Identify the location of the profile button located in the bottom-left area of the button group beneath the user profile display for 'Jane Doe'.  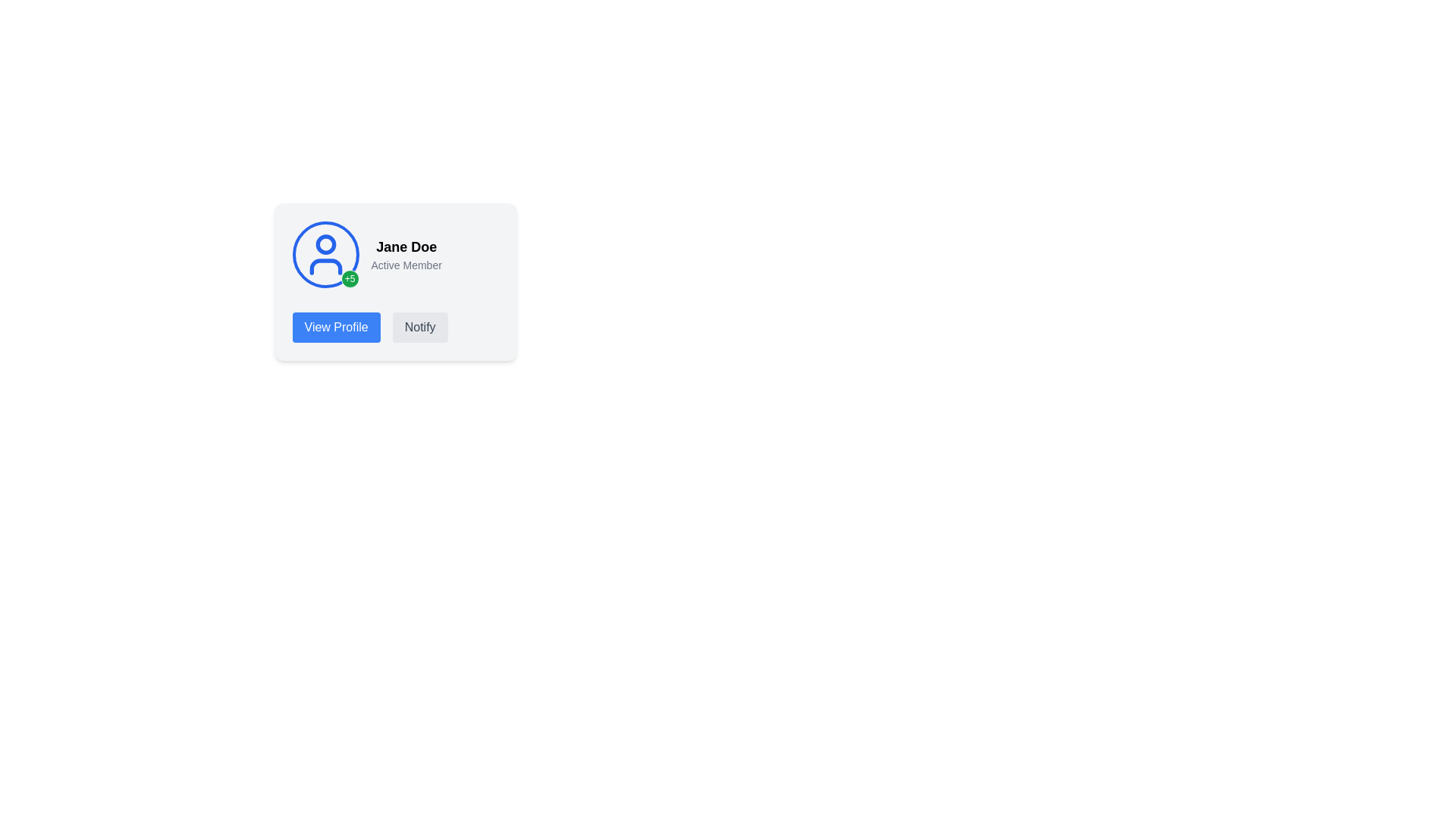
(335, 327).